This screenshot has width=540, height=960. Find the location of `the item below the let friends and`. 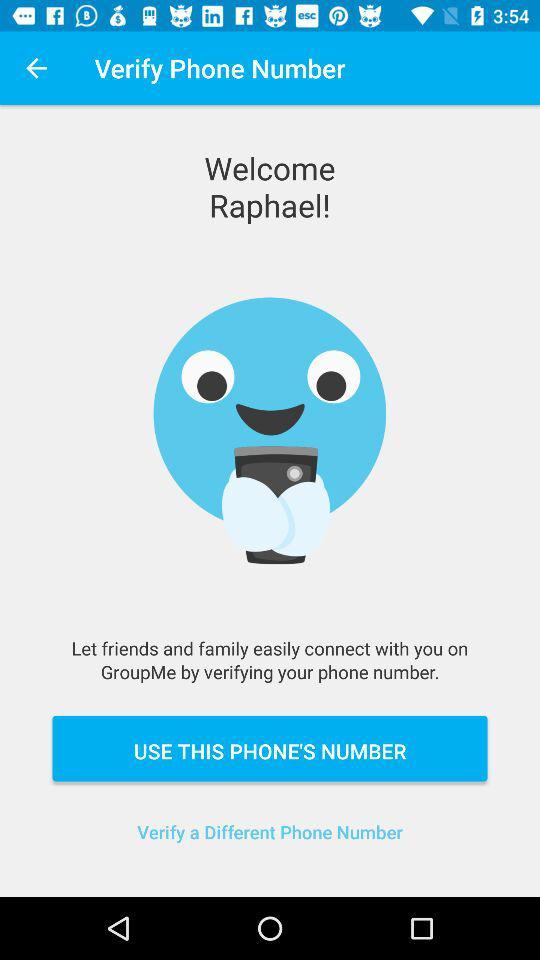

the item below the let friends and is located at coordinates (270, 747).